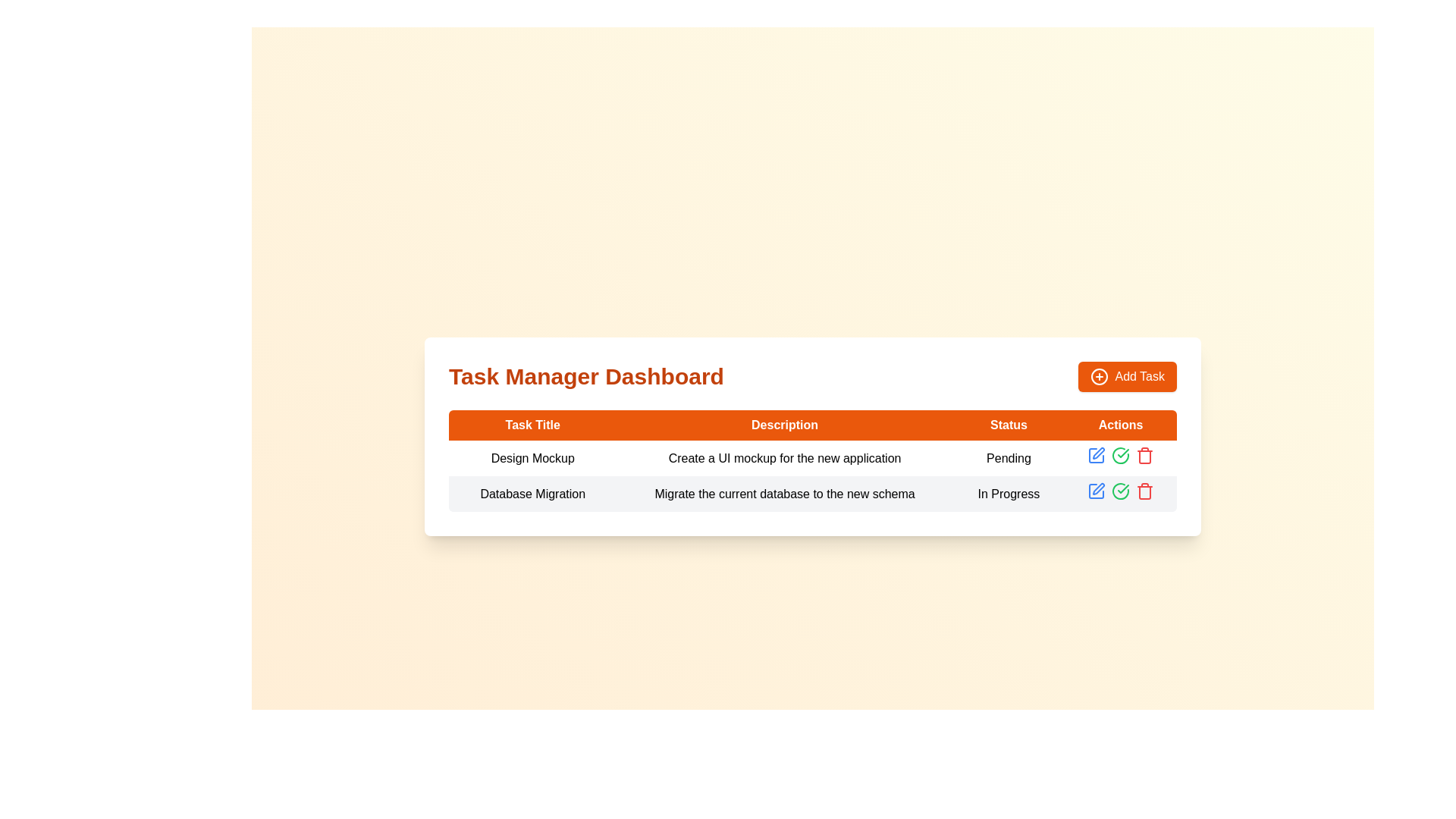 The width and height of the screenshot is (1456, 819). What do you see at coordinates (1121, 455) in the screenshot?
I see `the green circular icon with a checkmark in the 'Actions' column of the second row in the task table` at bounding box center [1121, 455].